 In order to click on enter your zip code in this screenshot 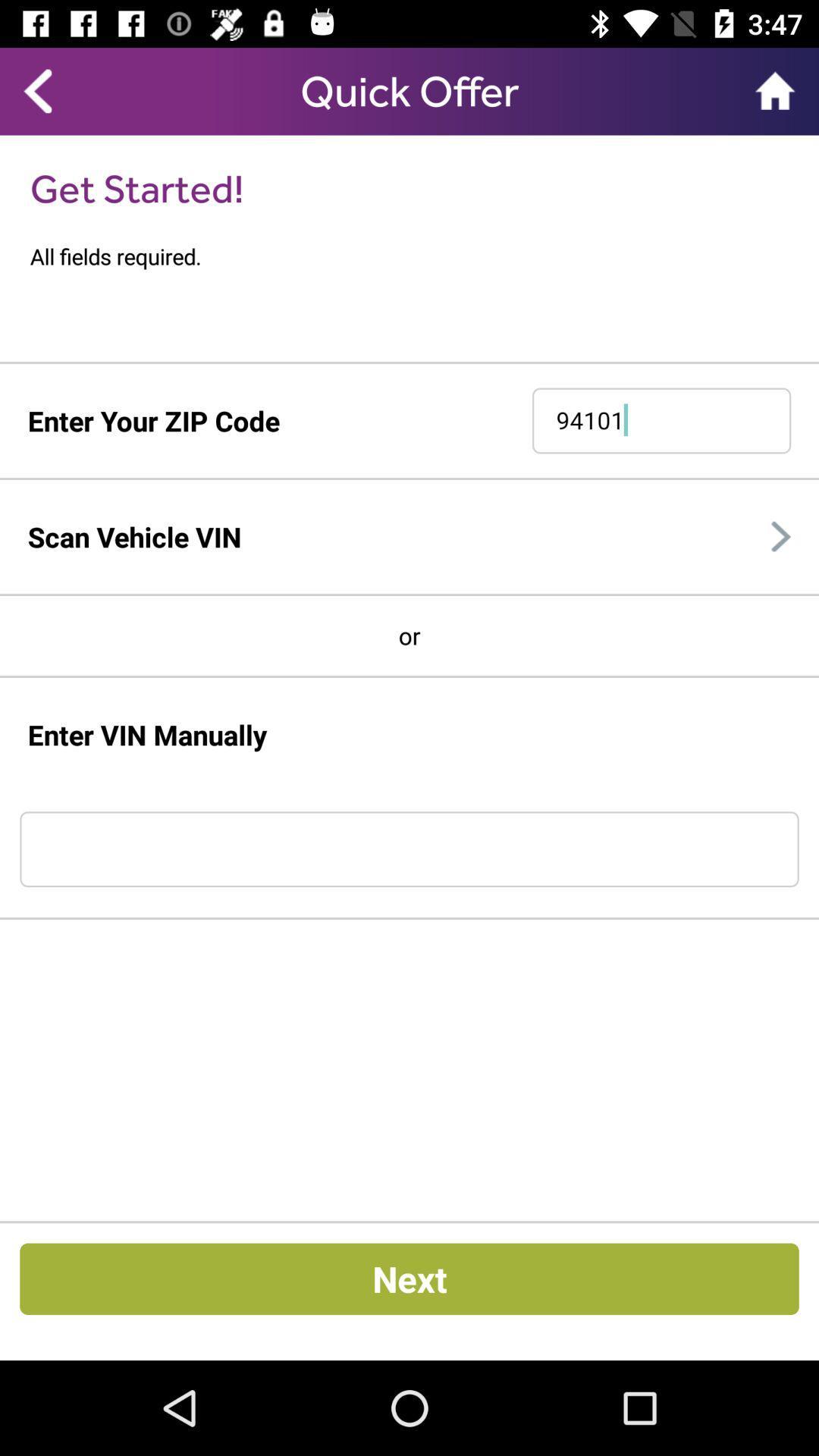, I will do `click(154, 421)`.